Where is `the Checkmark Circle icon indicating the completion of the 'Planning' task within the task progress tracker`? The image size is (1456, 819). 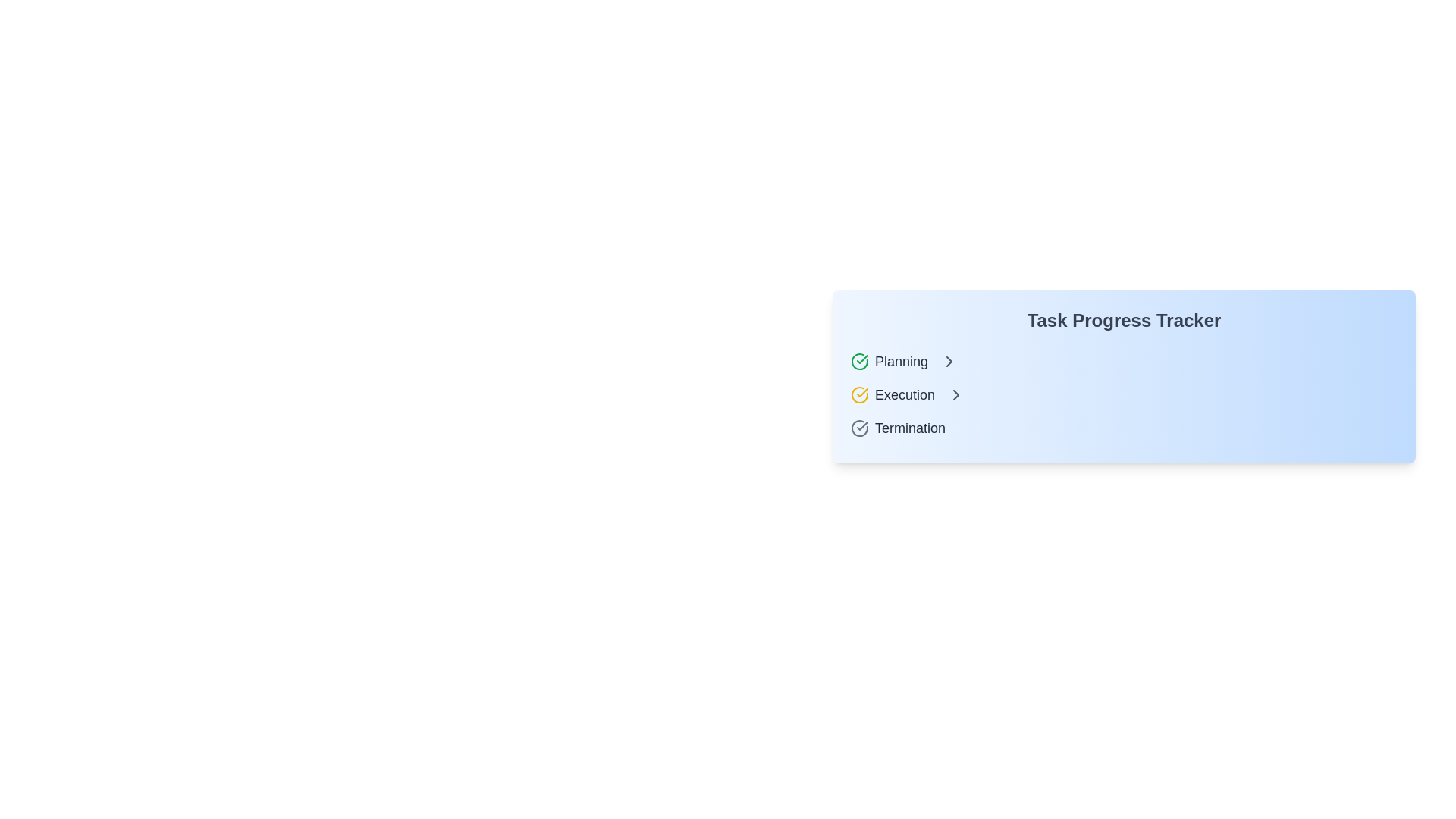
the Checkmark Circle icon indicating the completion of the 'Planning' task within the task progress tracker is located at coordinates (859, 362).